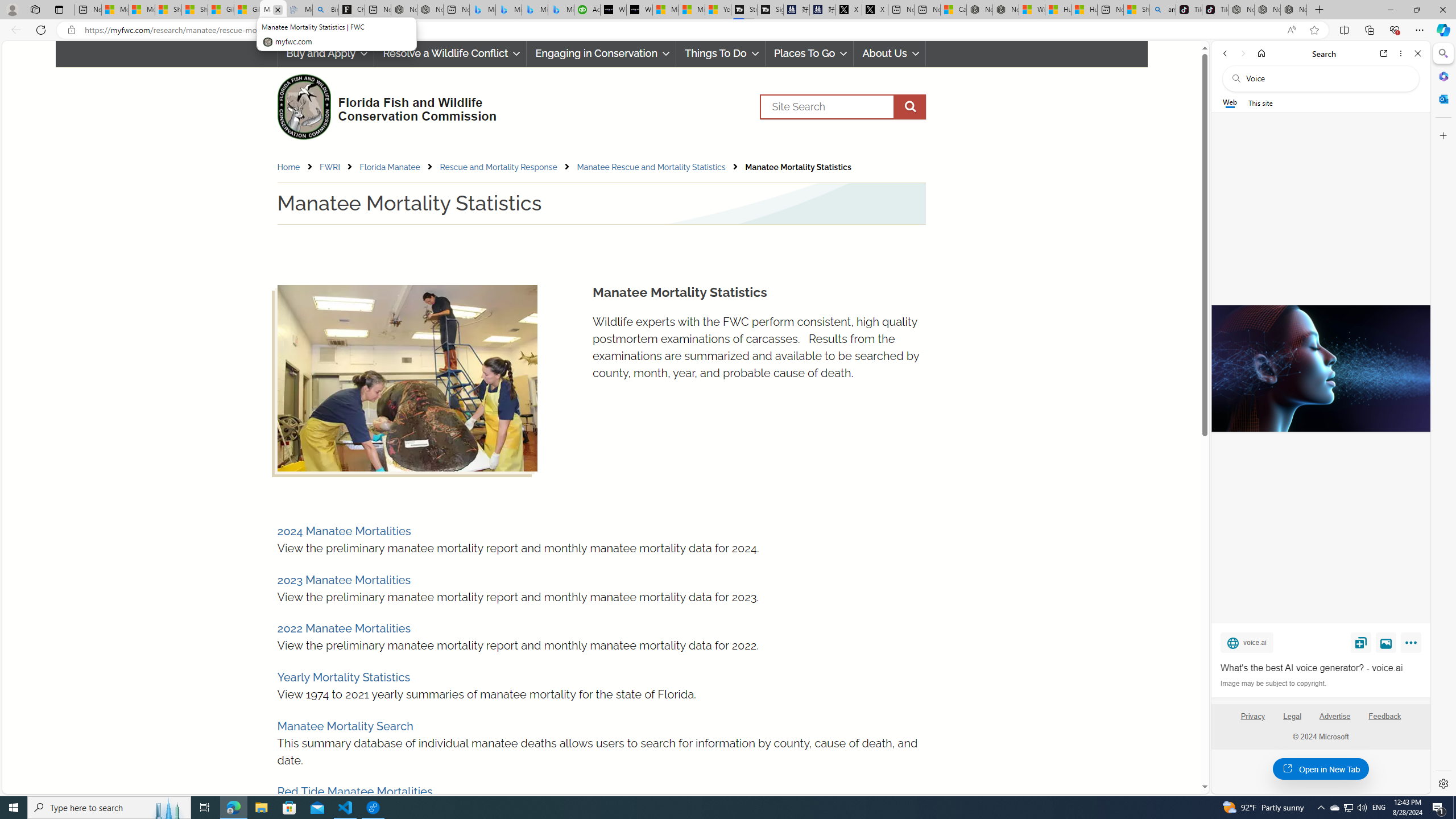 The width and height of the screenshot is (1456, 819). Describe the element at coordinates (1416, 9) in the screenshot. I see `'Restore'` at that location.